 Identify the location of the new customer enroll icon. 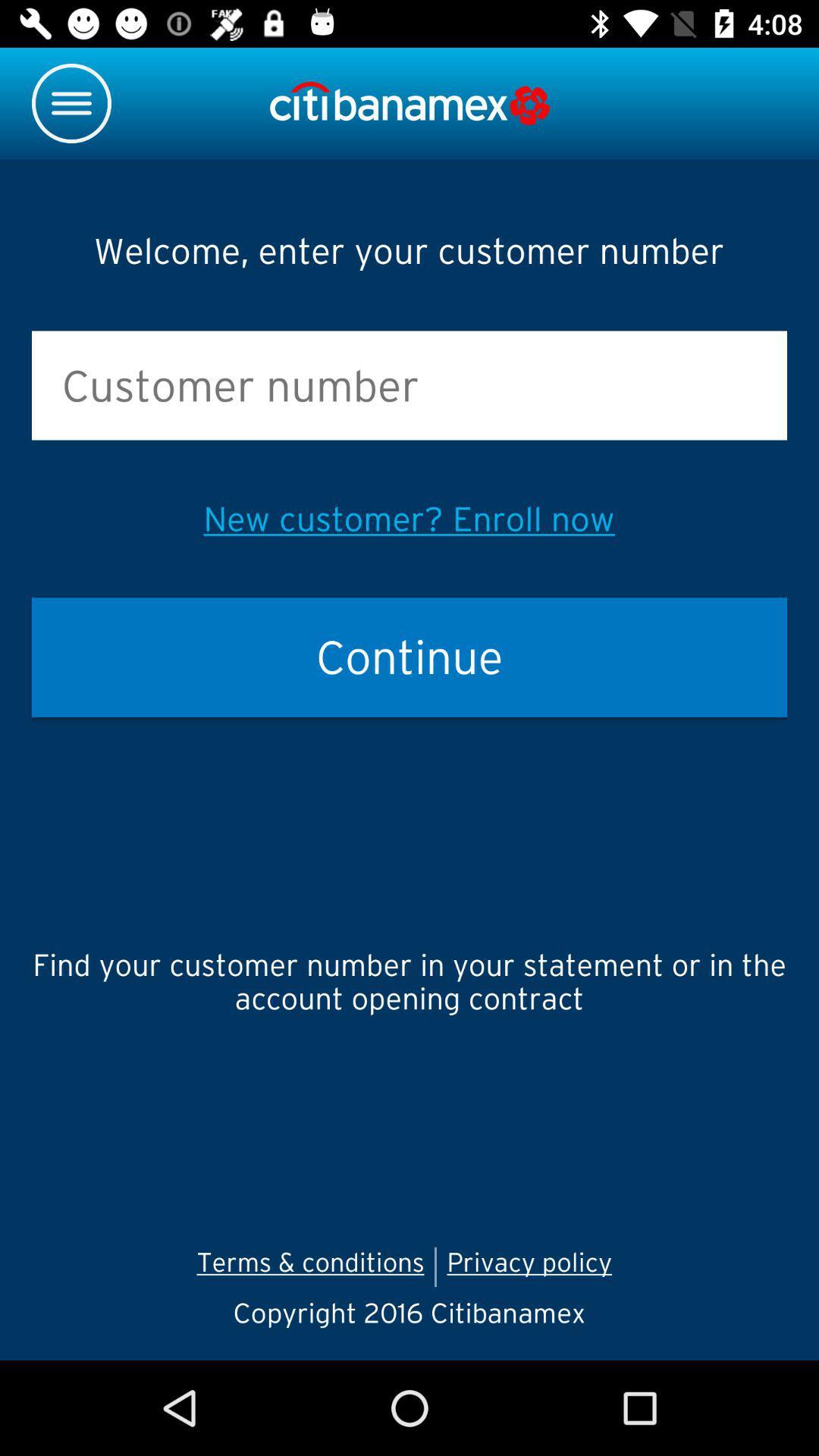
(408, 519).